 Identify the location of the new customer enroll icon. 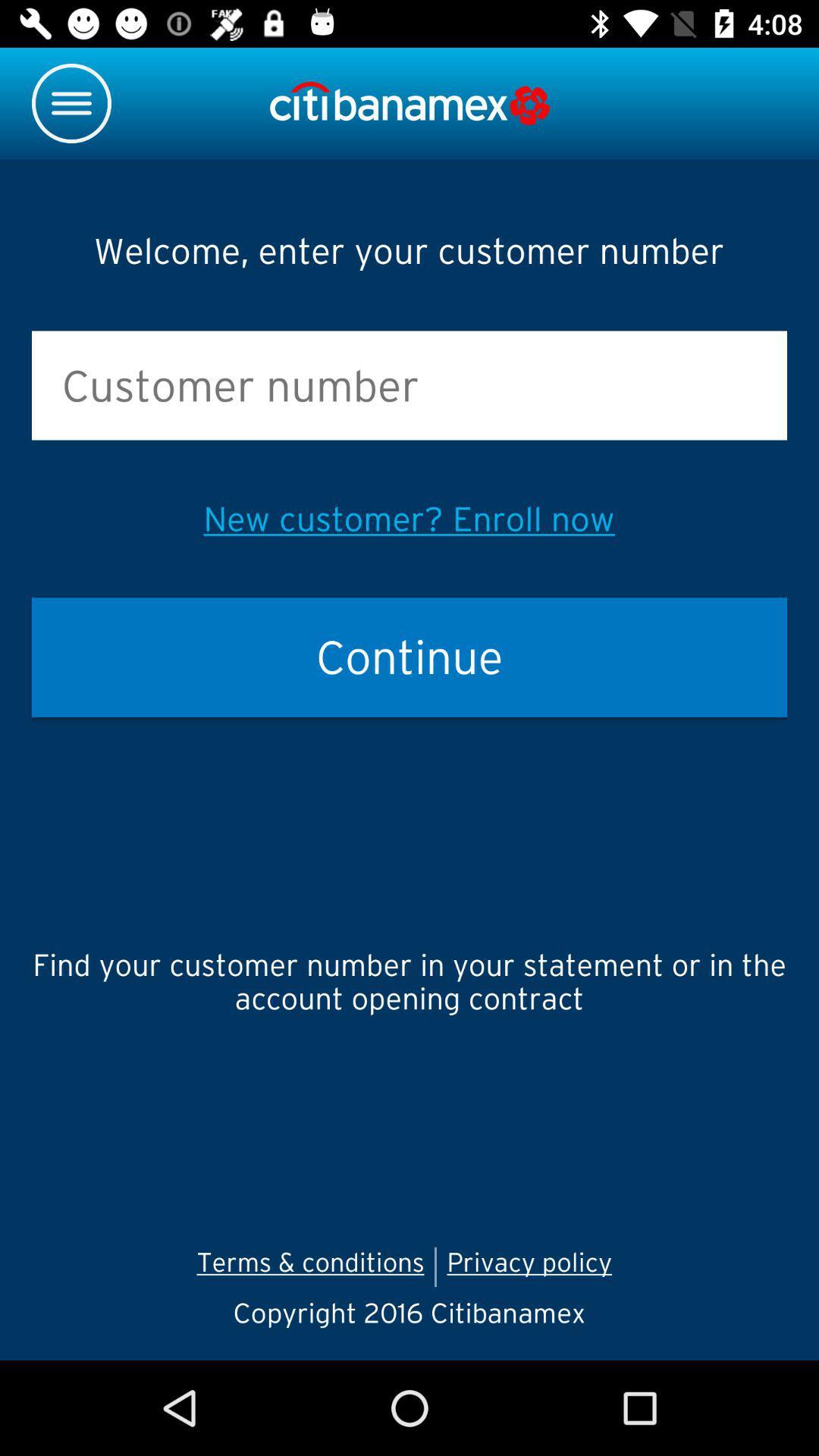
(408, 519).